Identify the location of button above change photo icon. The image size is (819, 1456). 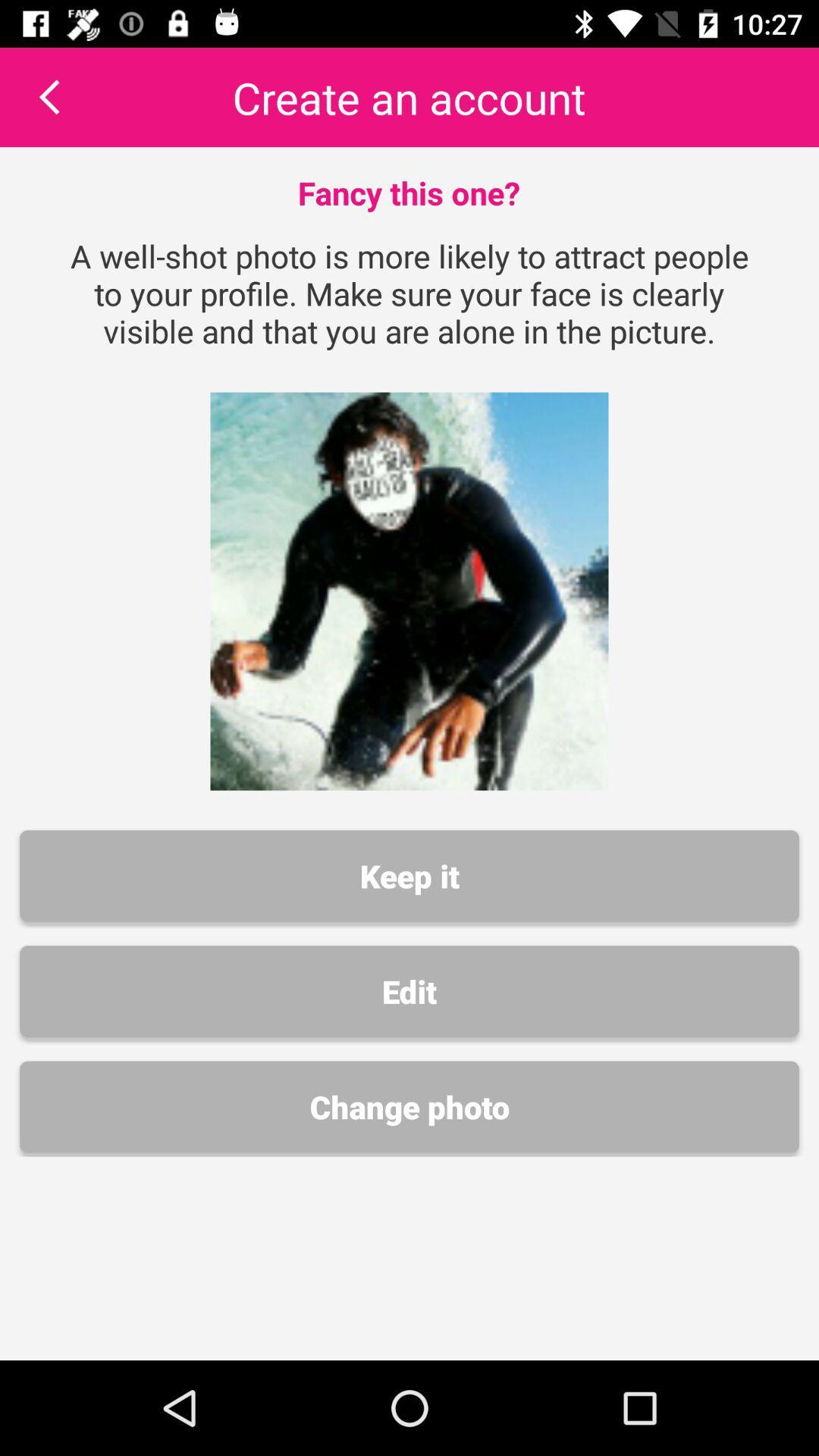
(409, 991).